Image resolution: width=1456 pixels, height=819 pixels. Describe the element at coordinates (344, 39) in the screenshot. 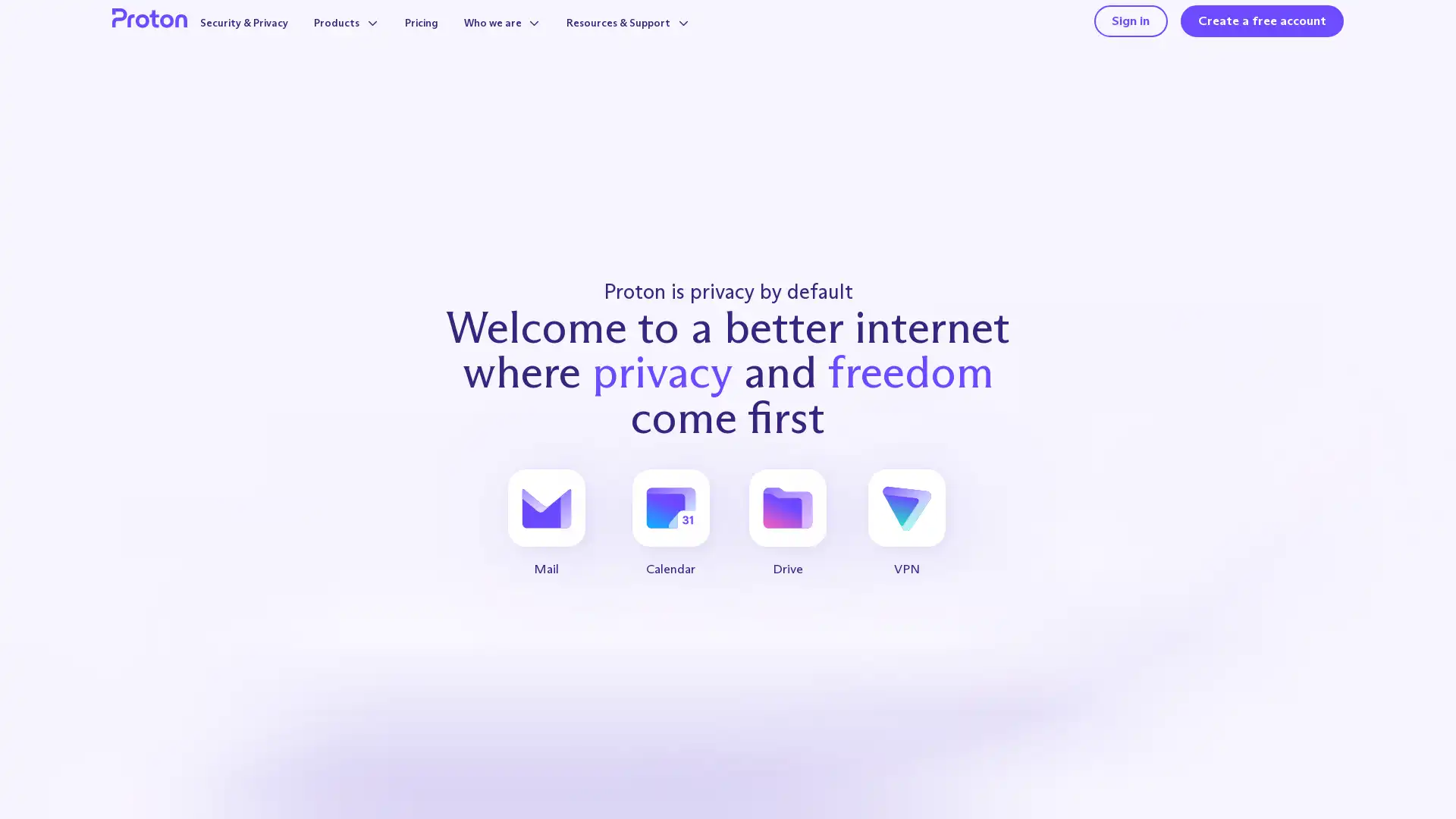

I see `Products` at that location.